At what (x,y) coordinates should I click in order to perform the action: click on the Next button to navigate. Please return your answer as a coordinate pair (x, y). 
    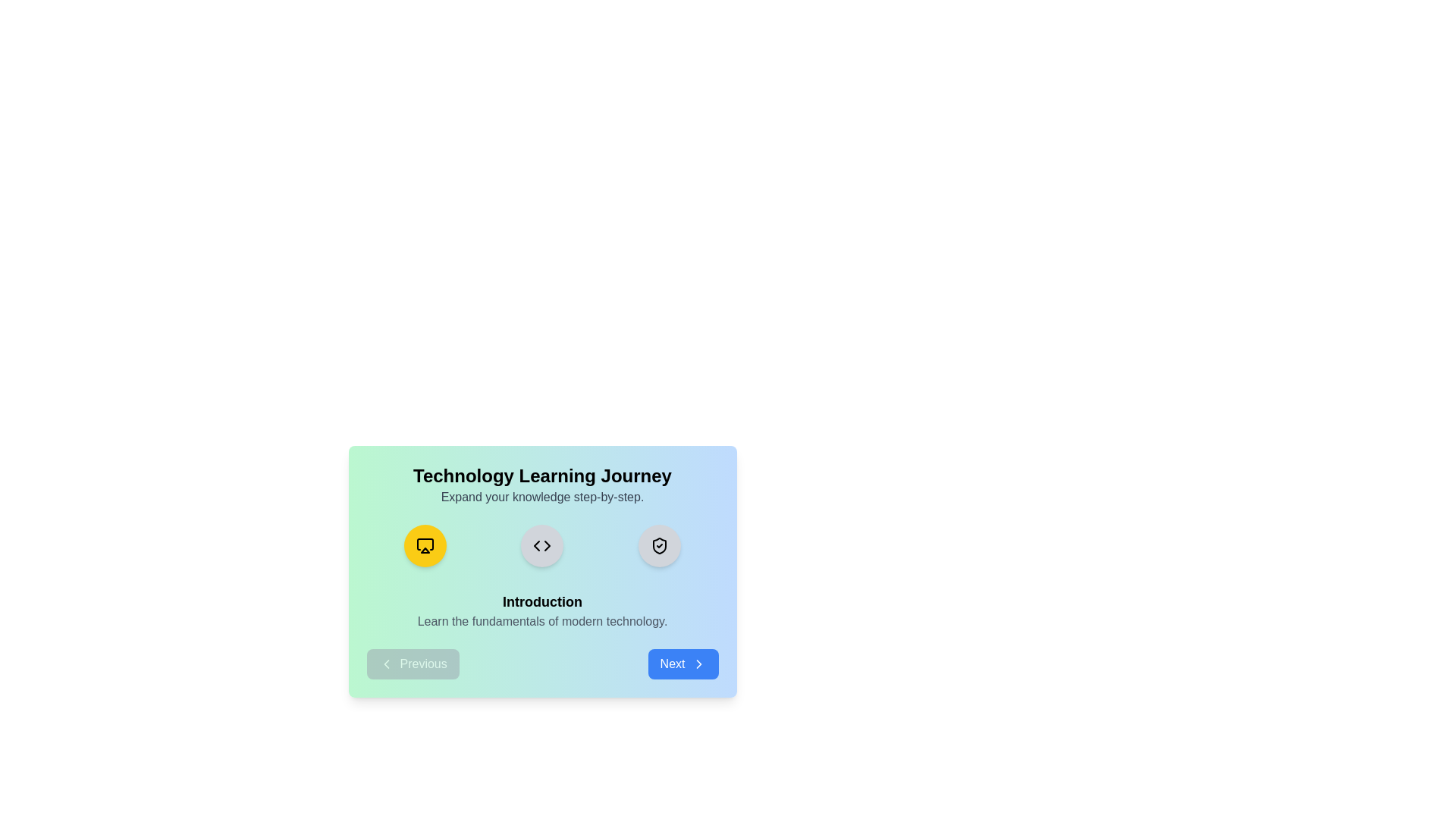
    Looking at the image, I should click on (682, 663).